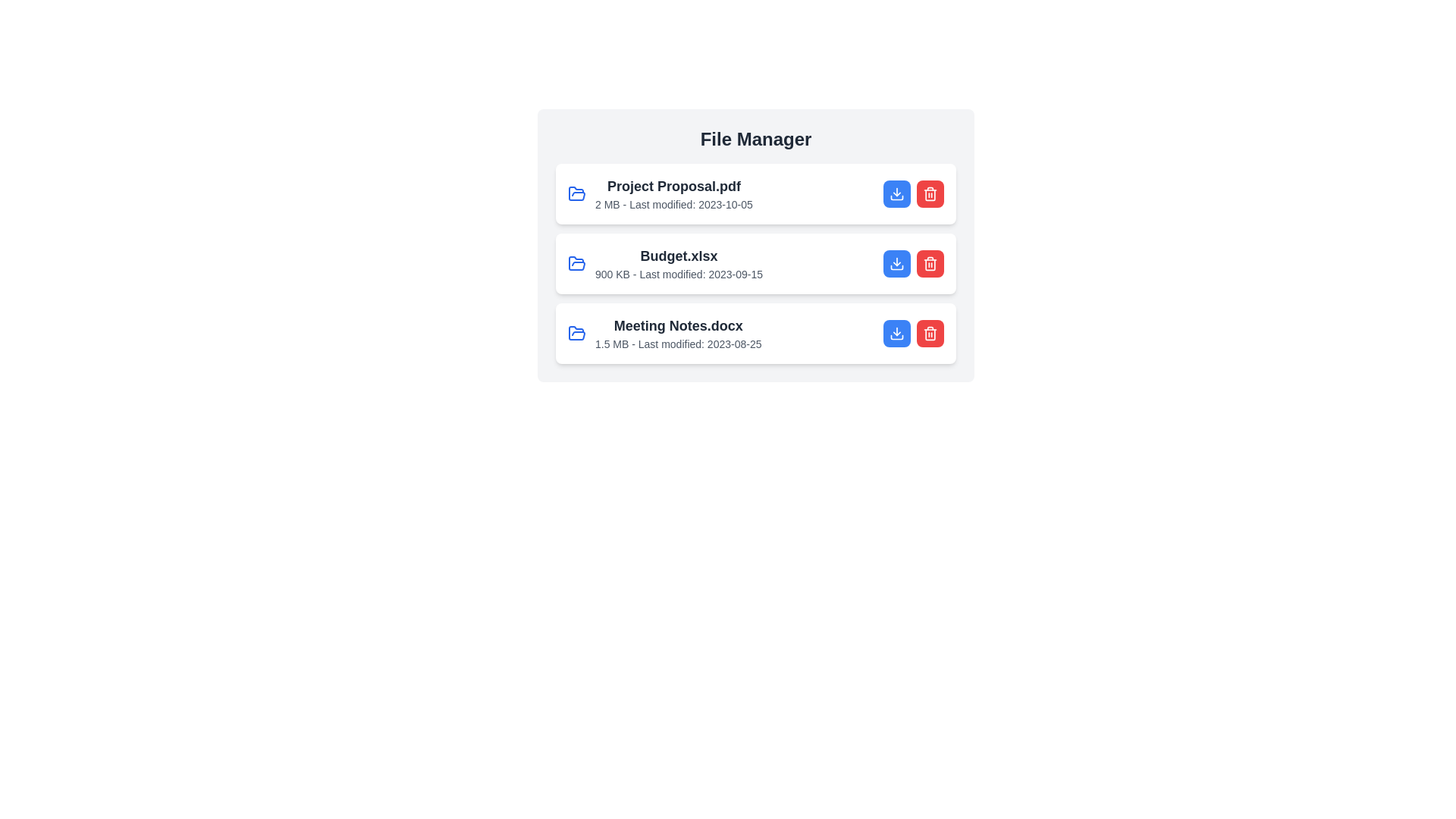 The image size is (1456, 819). What do you see at coordinates (673, 186) in the screenshot?
I see `the file name 'Project Proposal.pdf' to view its details` at bounding box center [673, 186].